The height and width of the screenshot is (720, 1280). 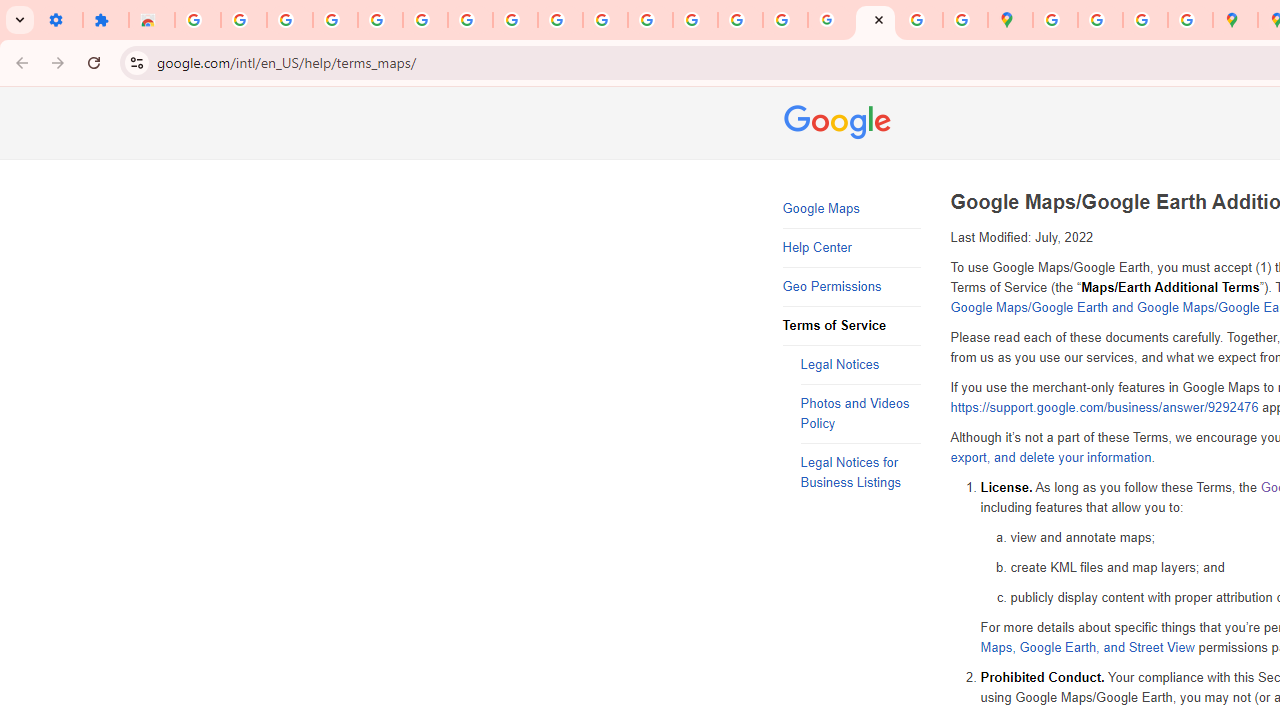 What do you see at coordinates (860, 413) in the screenshot?
I see `'Photos and Videos Policy'` at bounding box center [860, 413].